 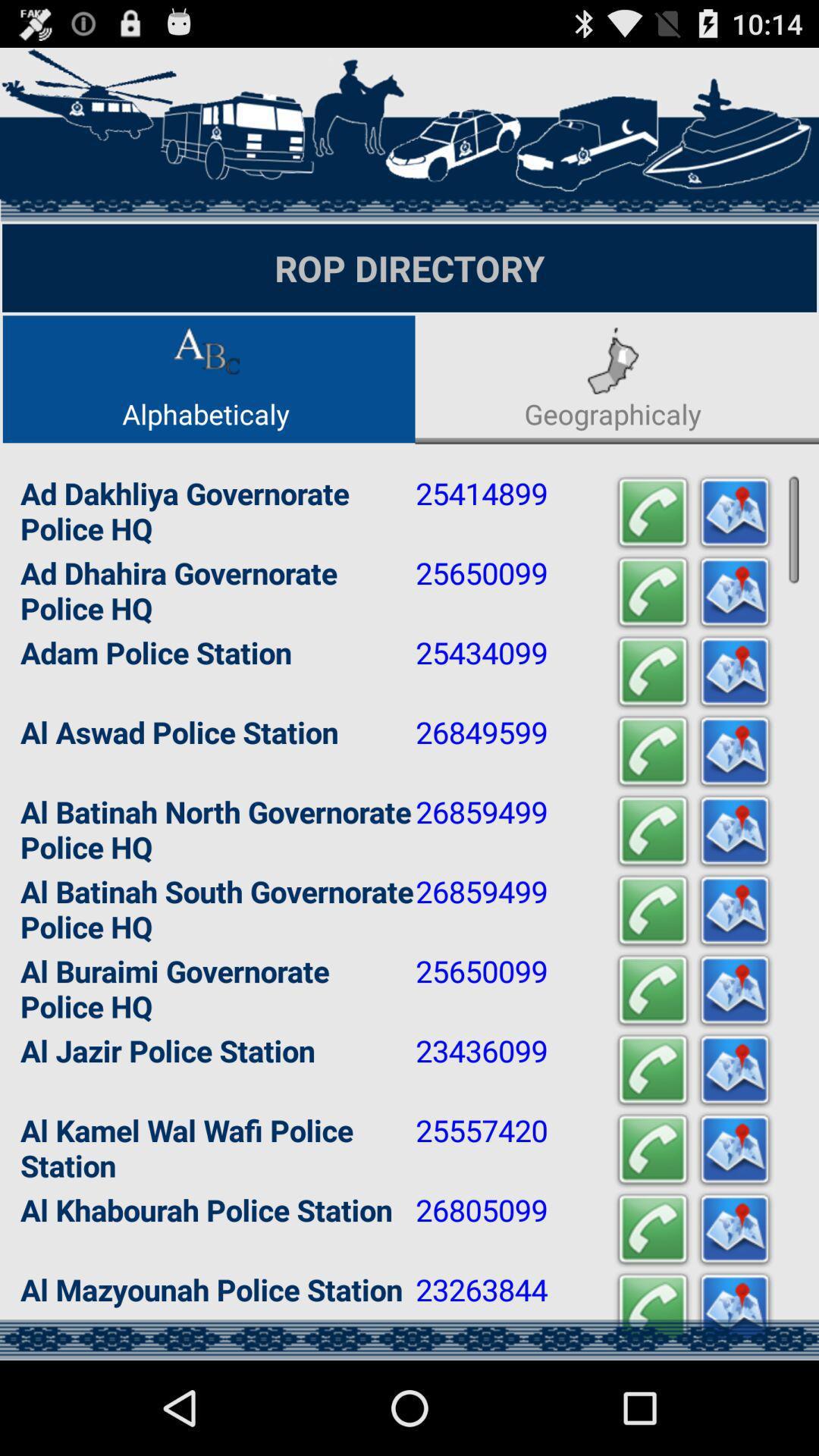 What do you see at coordinates (733, 752) in the screenshot?
I see `the bookmark` at bounding box center [733, 752].